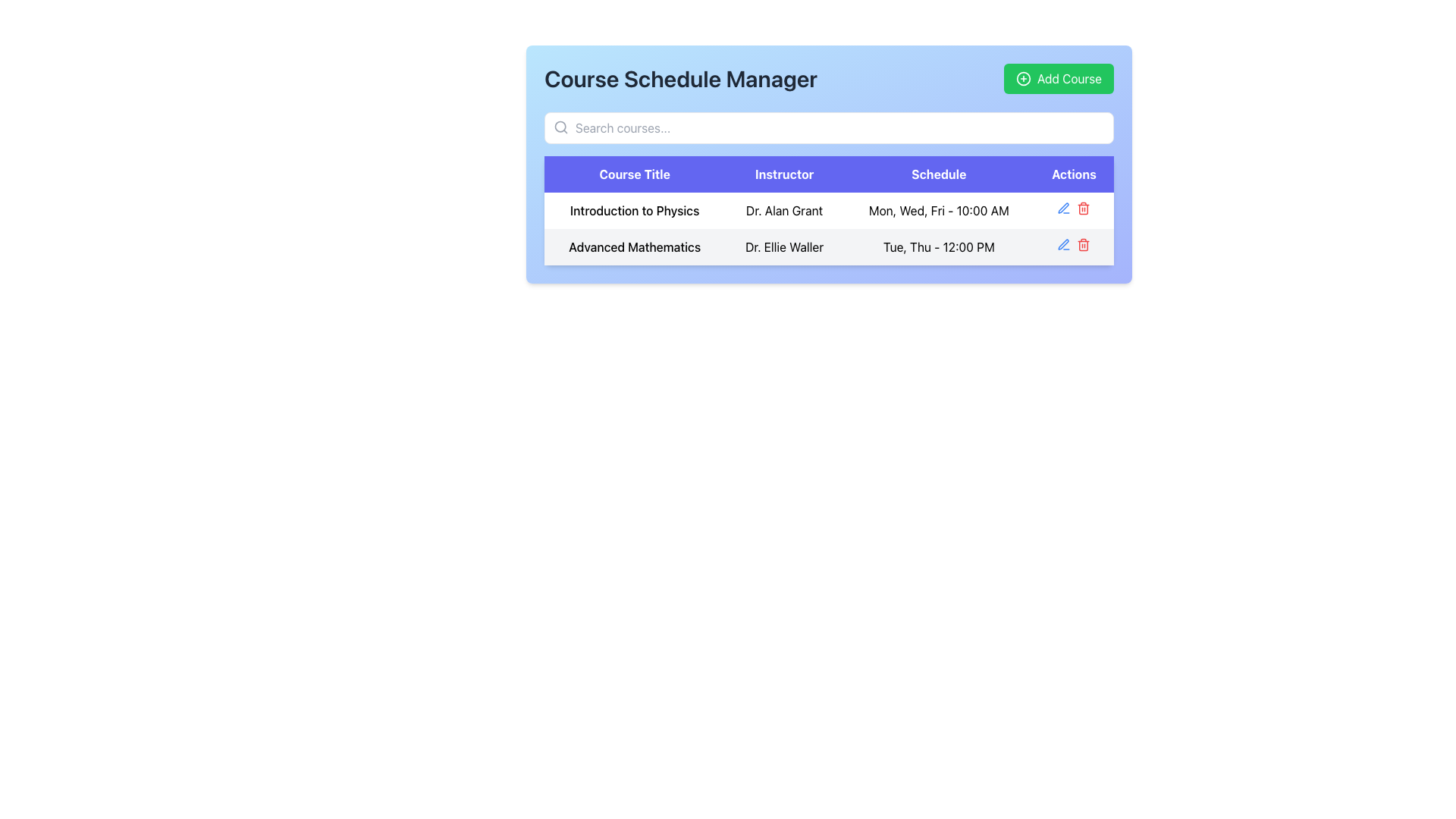 The image size is (1456, 819). What do you see at coordinates (1083, 209) in the screenshot?
I see `the delete button represented by the trash bin icon located in the 'Actions' column of the 'Advanced Mathematics' row` at bounding box center [1083, 209].